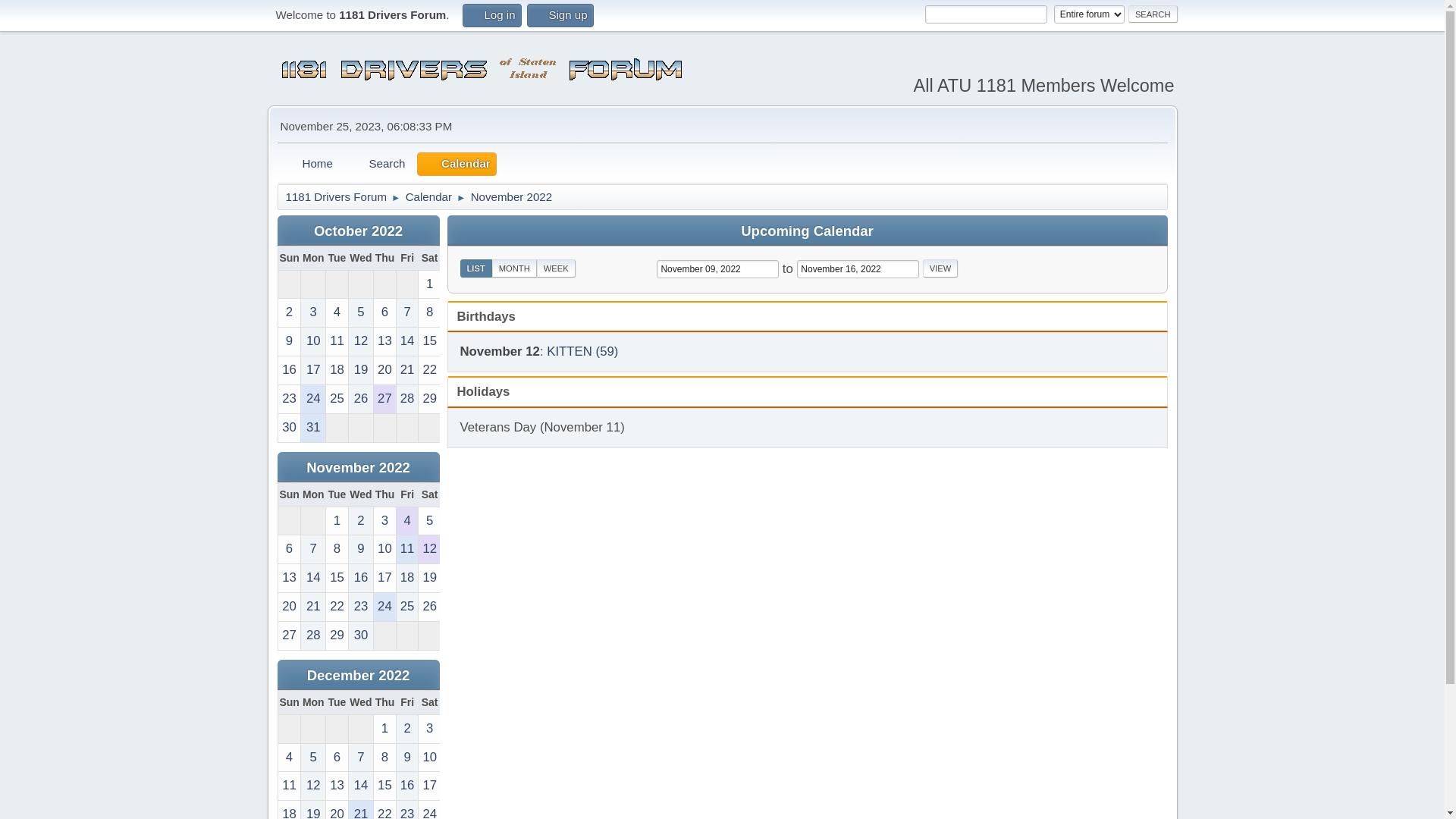 This screenshot has width=1456, height=819. What do you see at coordinates (359, 398) in the screenshot?
I see `'26'` at bounding box center [359, 398].